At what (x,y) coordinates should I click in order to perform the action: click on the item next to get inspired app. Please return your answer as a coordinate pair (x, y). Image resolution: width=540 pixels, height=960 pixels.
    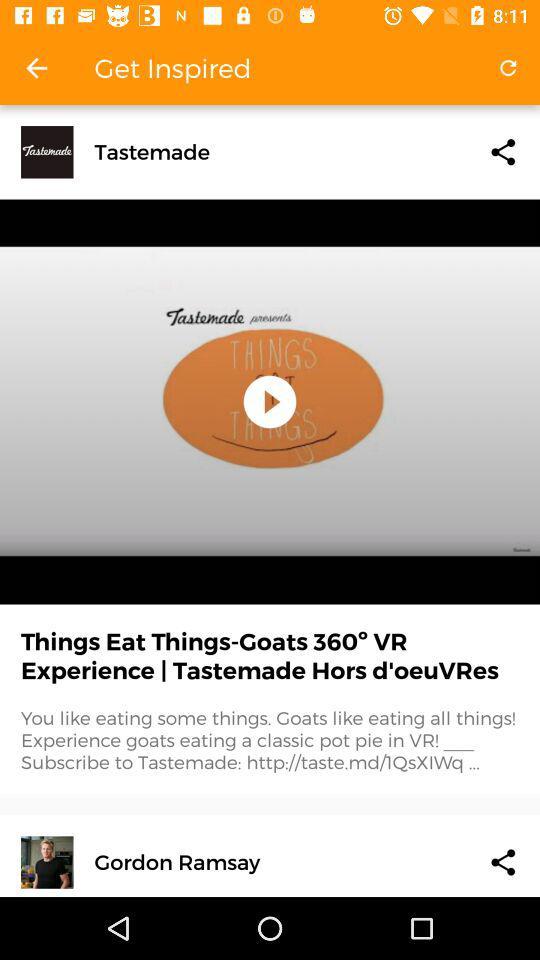
    Looking at the image, I should click on (36, 68).